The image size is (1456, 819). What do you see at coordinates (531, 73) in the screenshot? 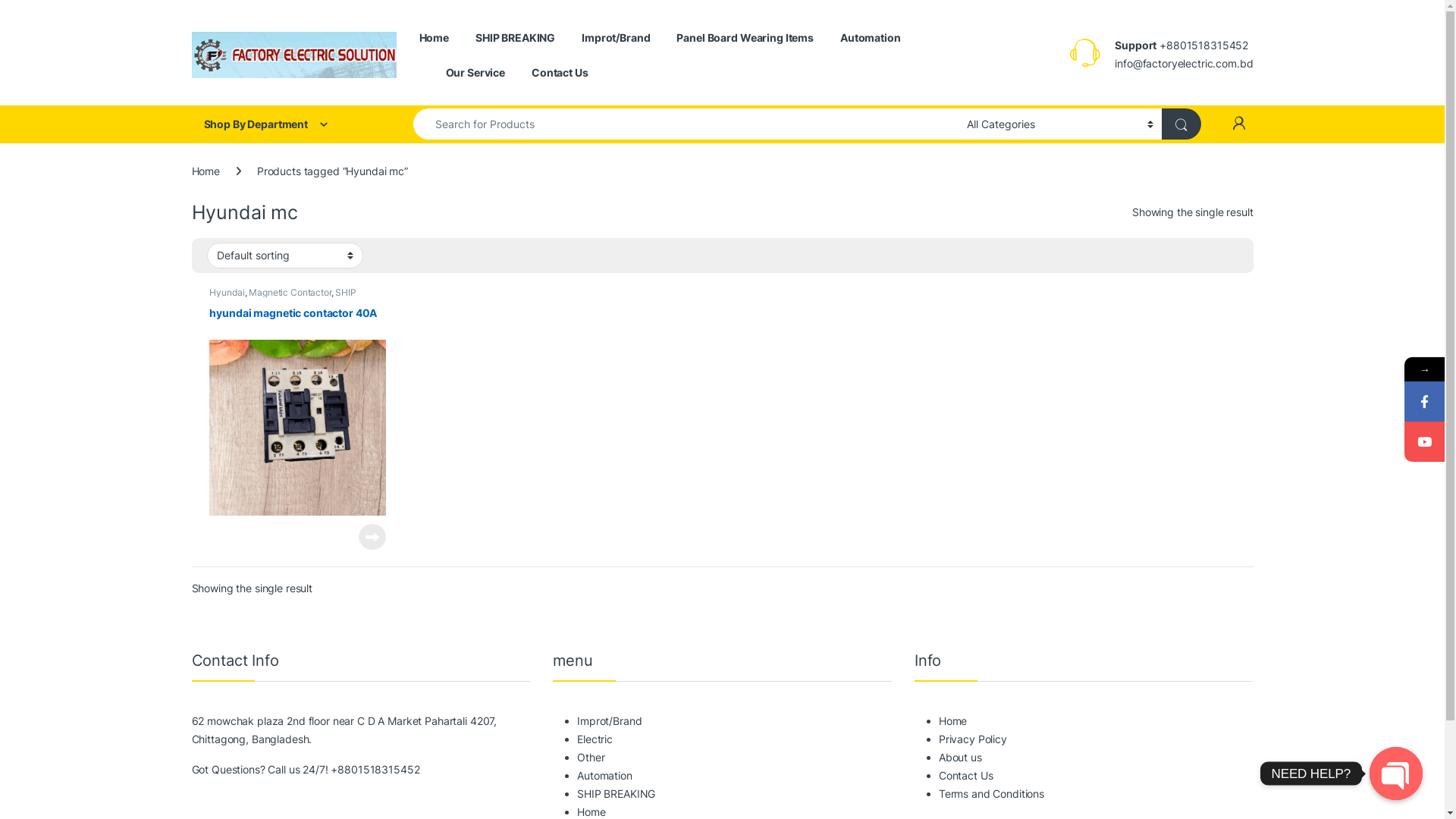
I see `'Contact Us'` at bounding box center [531, 73].